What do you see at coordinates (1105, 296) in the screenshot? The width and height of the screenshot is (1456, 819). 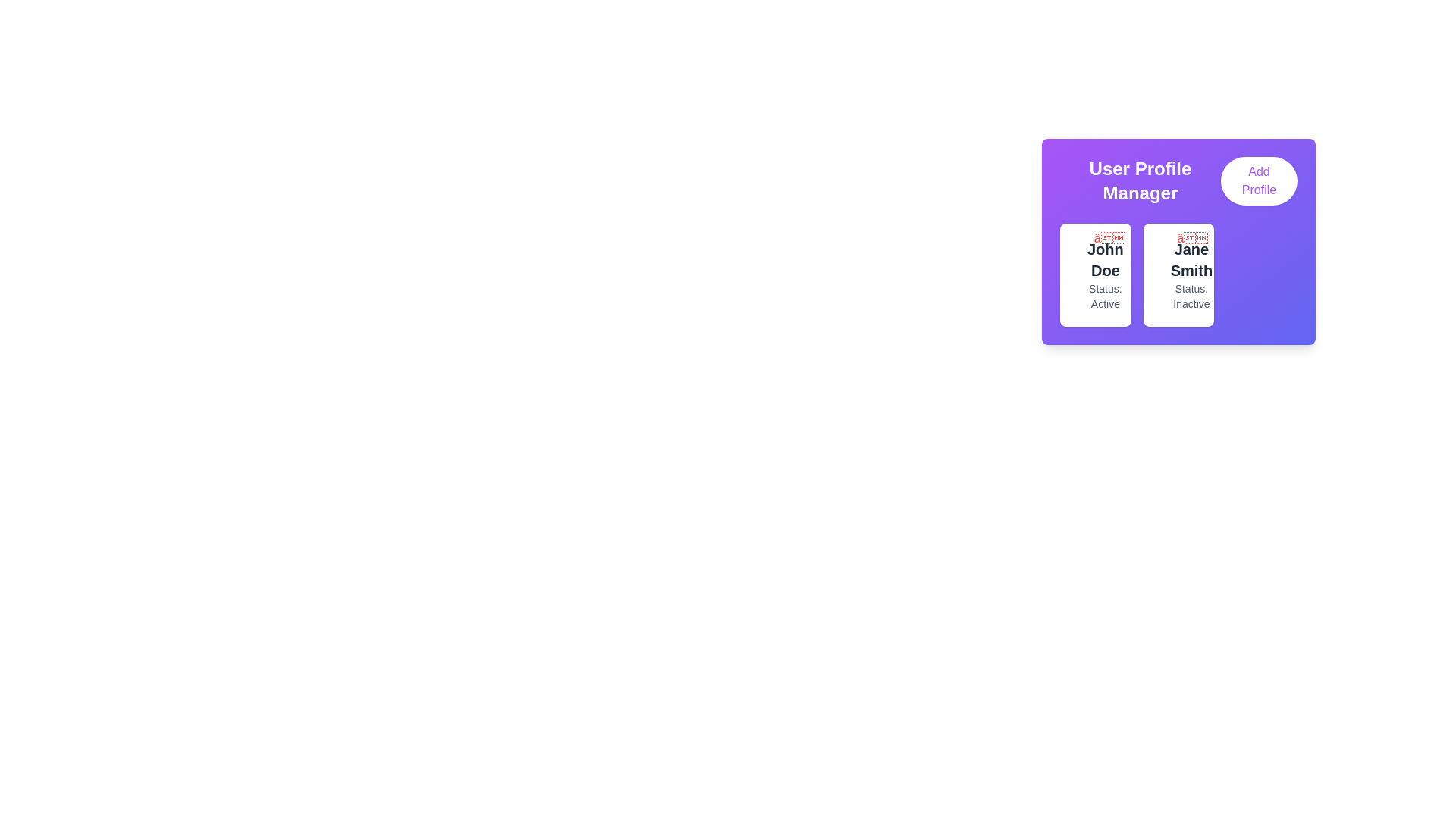 I see `the static text label displaying 'Status: Active', which is styled in a light gray font and positioned below the 'John Doe' label in the User Profile Manager panel` at bounding box center [1105, 296].